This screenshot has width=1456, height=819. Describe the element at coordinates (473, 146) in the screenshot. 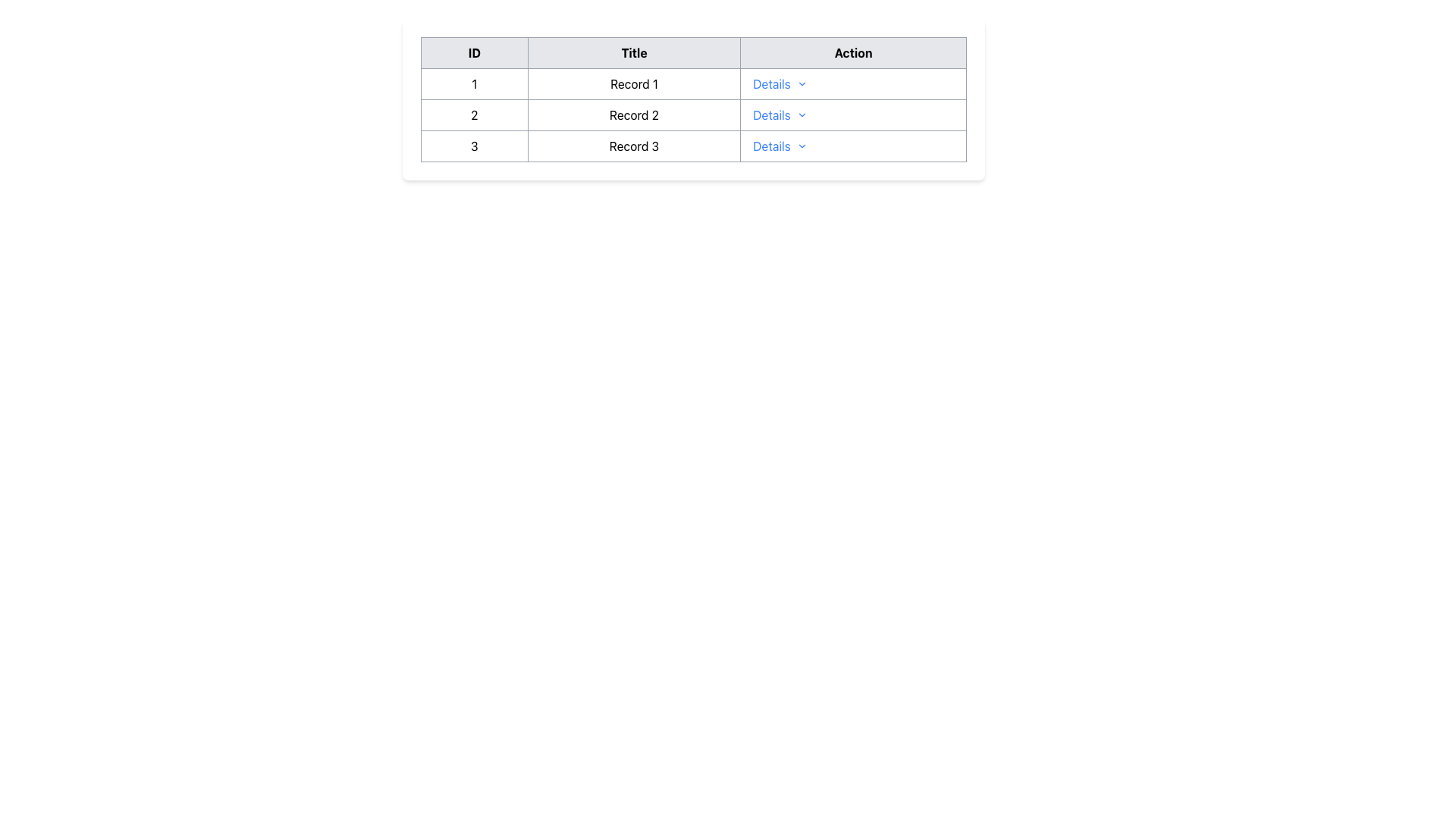

I see `the Text Display Cell containing the numeral '3', which is the first cell in the third row of the table under the 'ID' column header` at that location.